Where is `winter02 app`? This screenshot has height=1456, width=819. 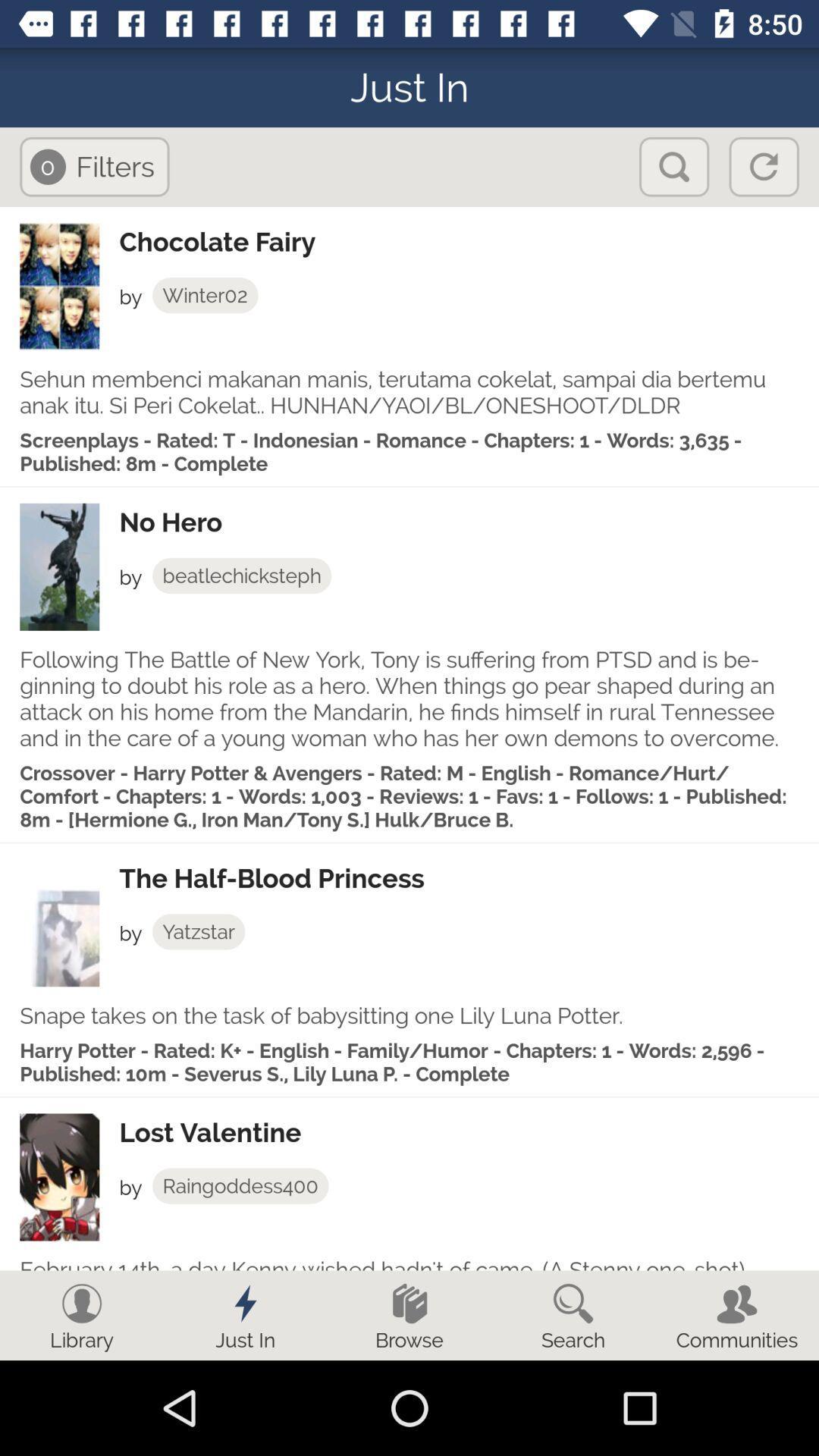
winter02 app is located at coordinates (205, 295).